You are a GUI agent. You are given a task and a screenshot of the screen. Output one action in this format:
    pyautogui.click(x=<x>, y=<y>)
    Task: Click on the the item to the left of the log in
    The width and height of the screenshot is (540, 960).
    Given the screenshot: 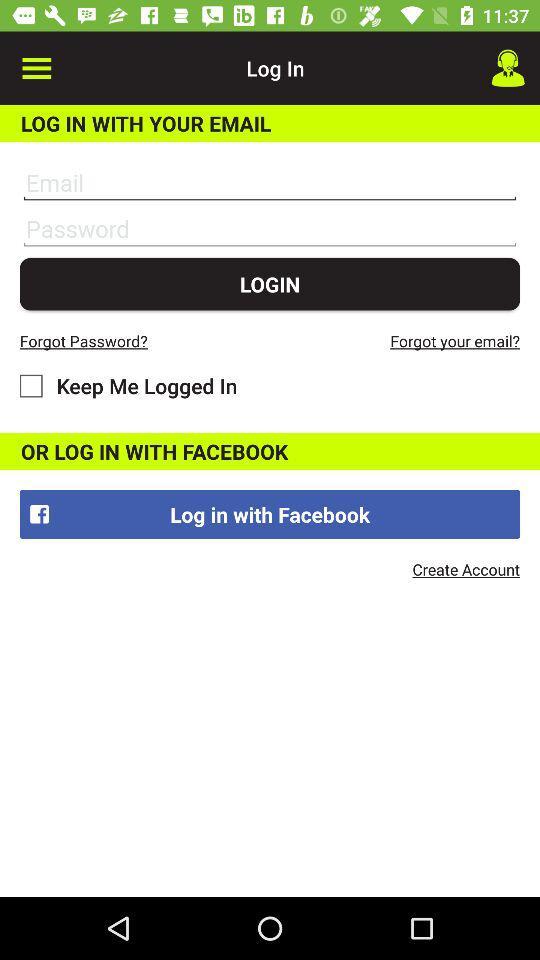 What is the action you would take?
    pyautogui.click(x=36, y=68)
    